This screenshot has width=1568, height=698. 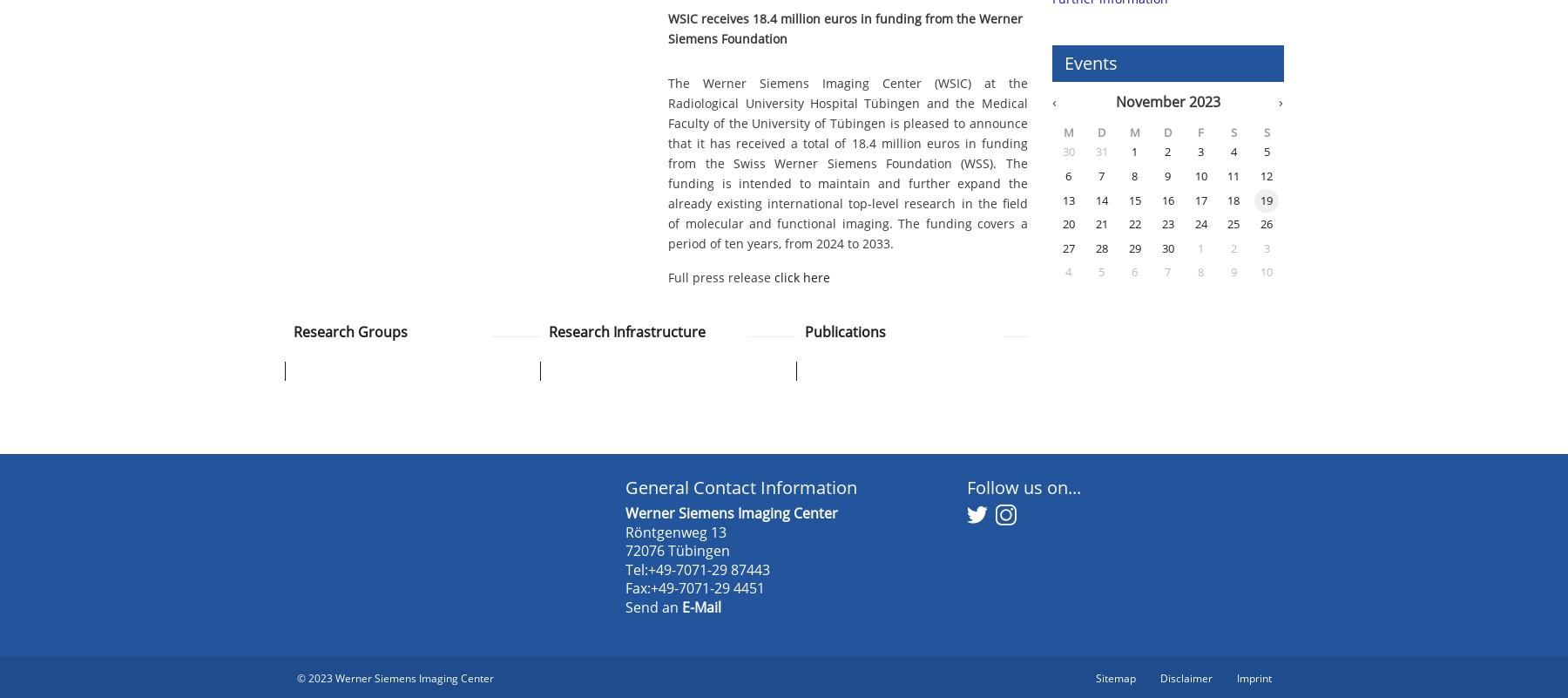 I want to click on 'Send an', so click(x=652, y=605).